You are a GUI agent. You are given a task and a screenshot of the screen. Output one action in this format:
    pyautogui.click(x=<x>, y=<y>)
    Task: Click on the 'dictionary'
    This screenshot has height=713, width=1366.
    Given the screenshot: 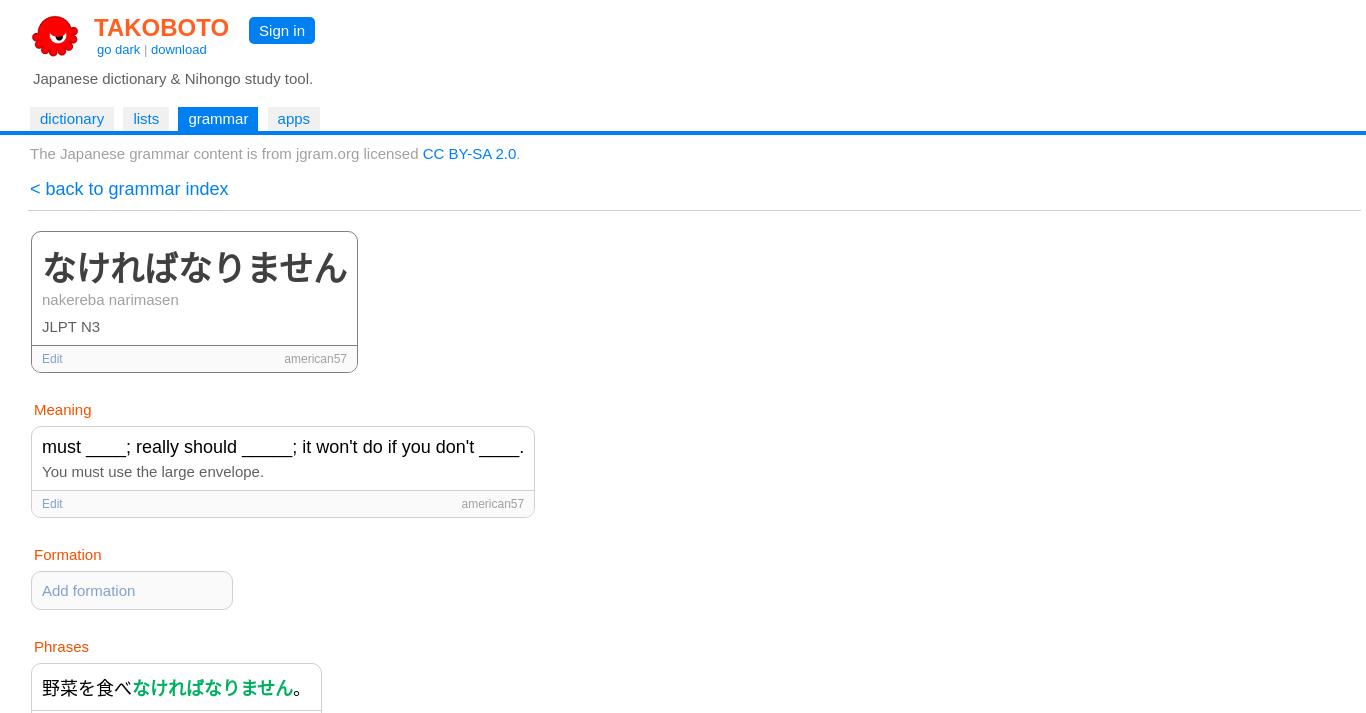 What is the action you would take?
    pyautogui.click(x=40, y=117)
    